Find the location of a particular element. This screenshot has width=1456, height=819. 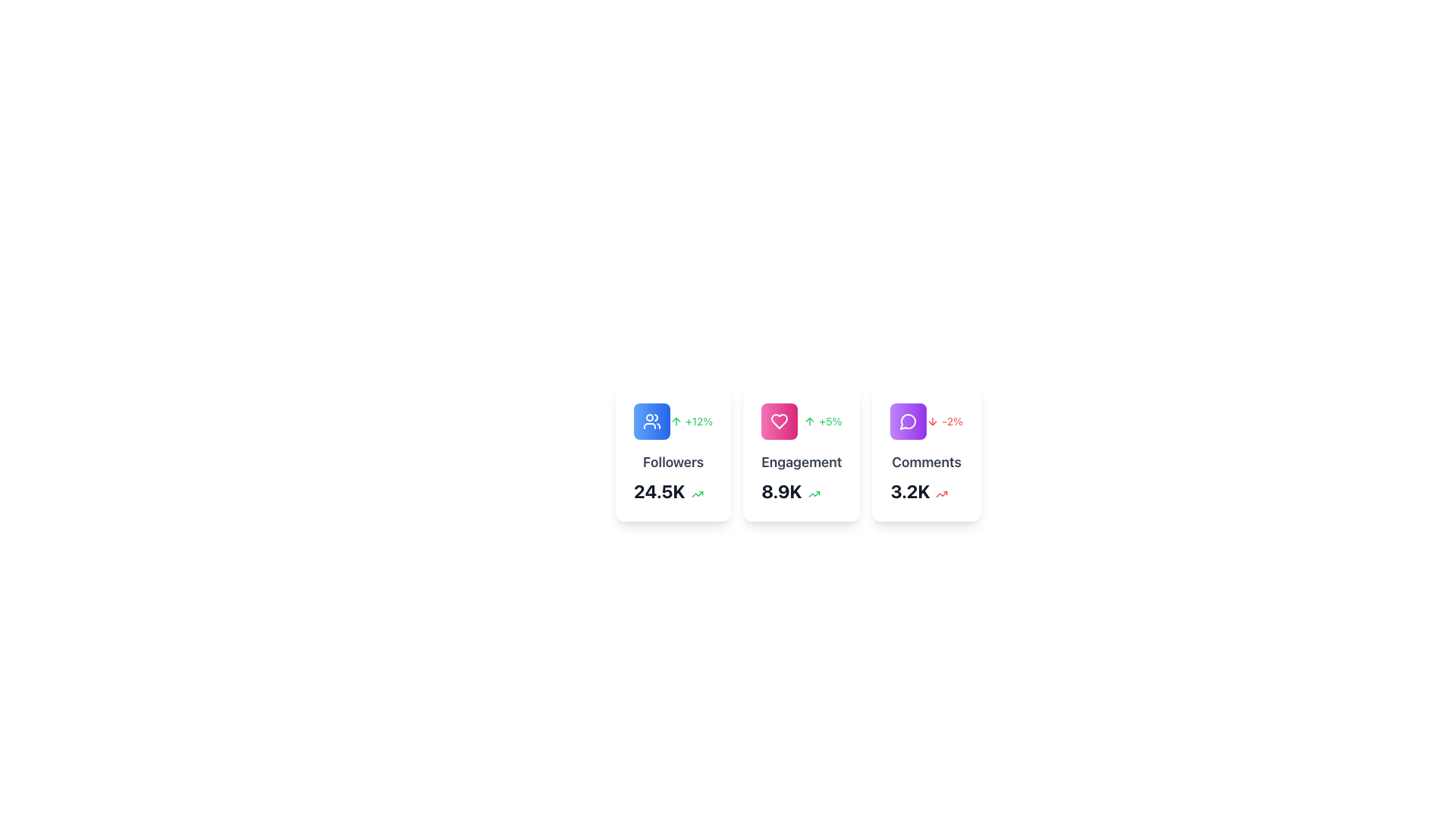

the downward trend icon located to the left of the '-2%' text in the top-right section of the 'Comments' card is located at coordinates (932, 421).